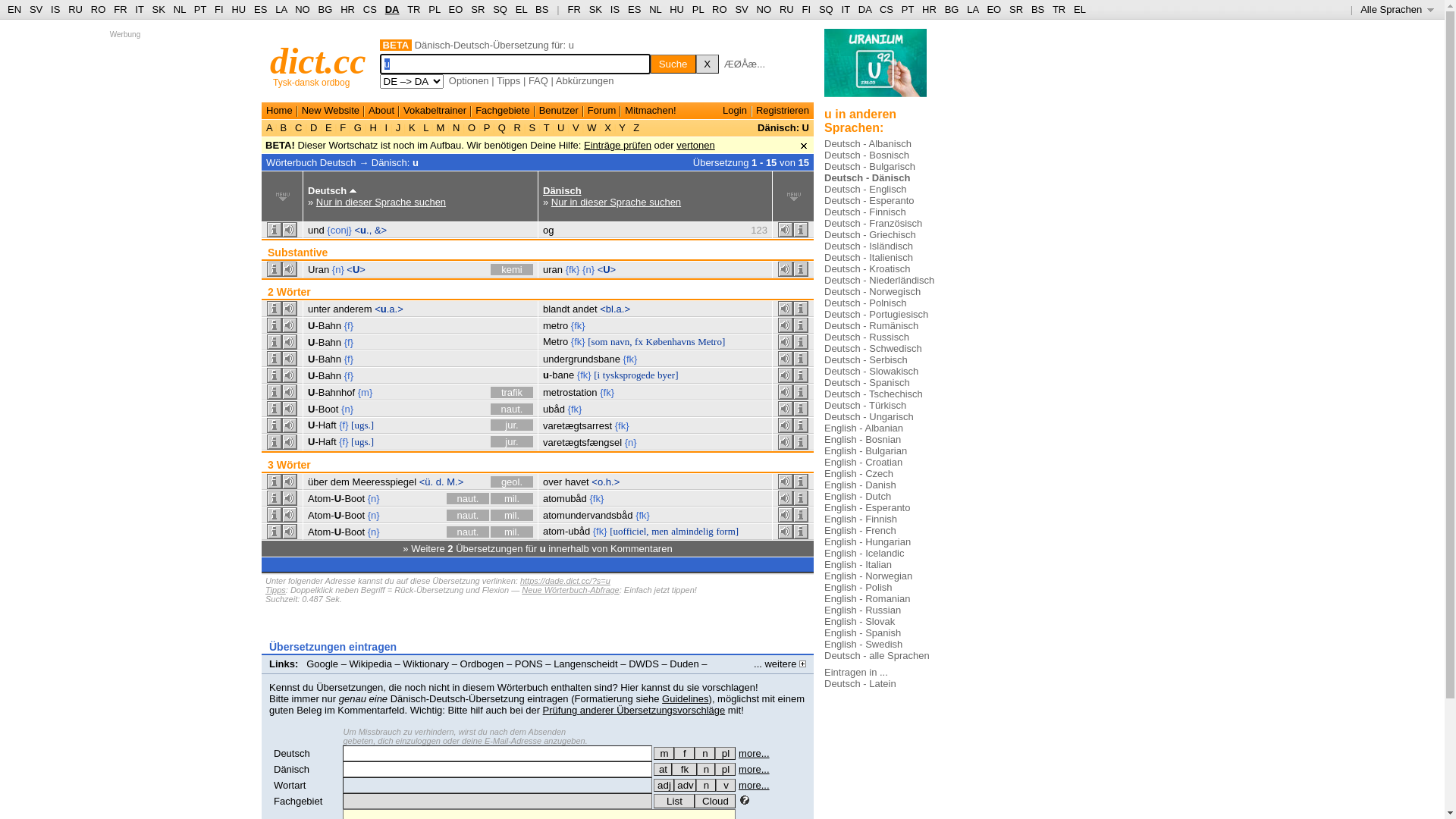 This screenshot has height=819, width=1456. Describe the element at coordinates (546, 127) in the screenshot. I see `'T'` at that location.